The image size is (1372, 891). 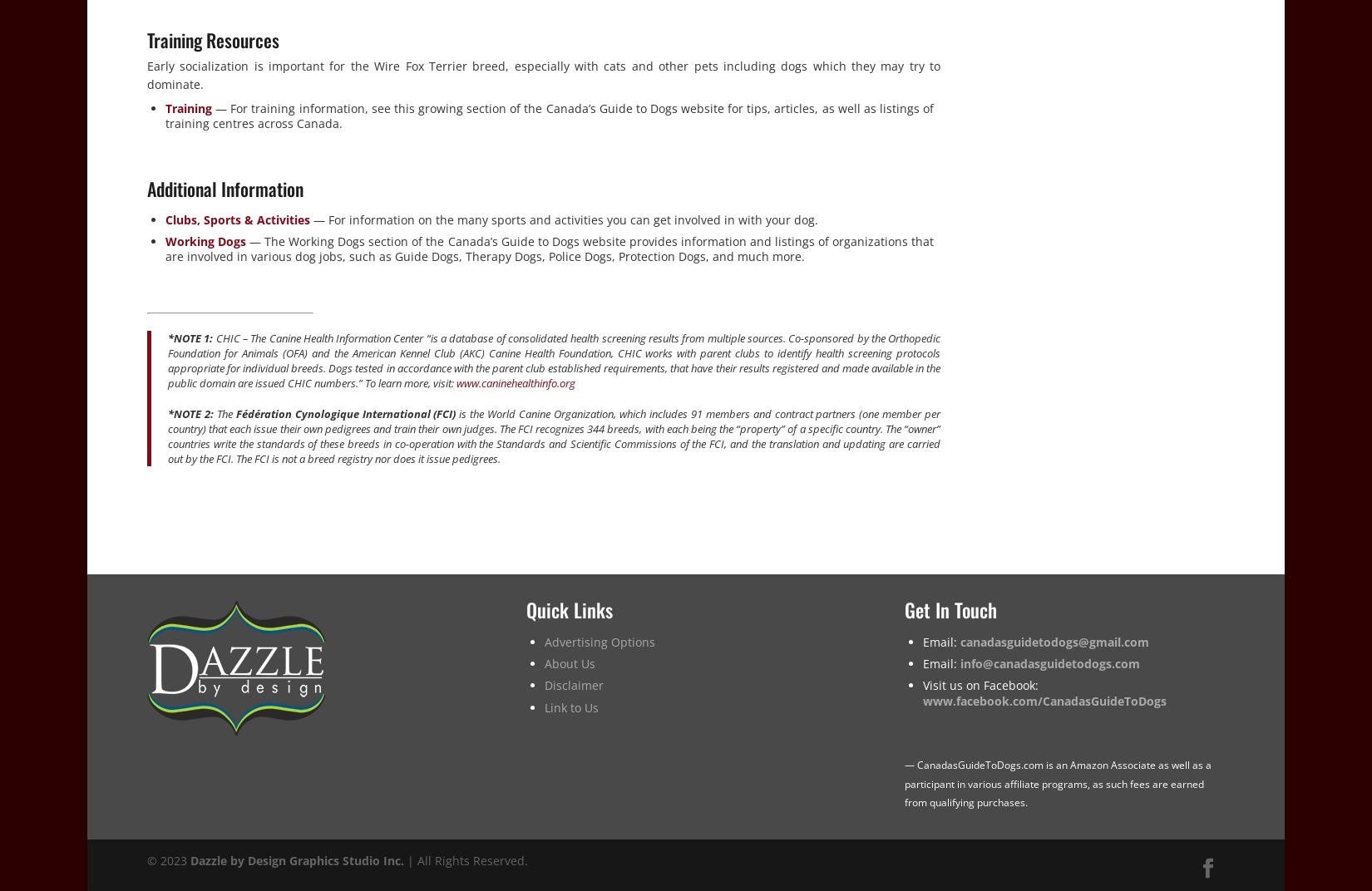 What do you see at coordinates (190, 336) in the screenshot?
I see `'*NOTE 1:'` at bounding box center [190, 336].